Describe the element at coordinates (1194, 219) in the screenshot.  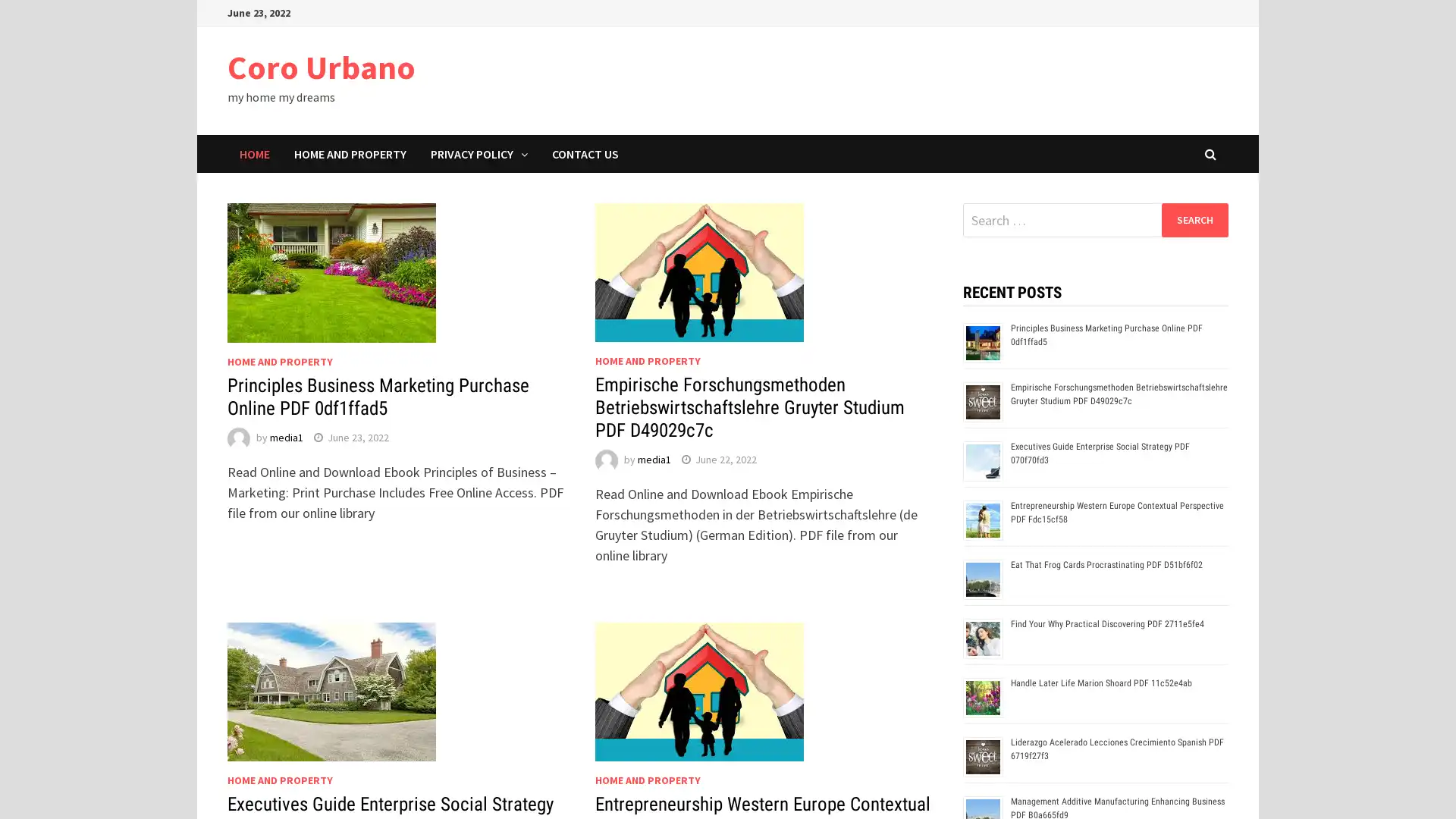
I see `Search` at that location.